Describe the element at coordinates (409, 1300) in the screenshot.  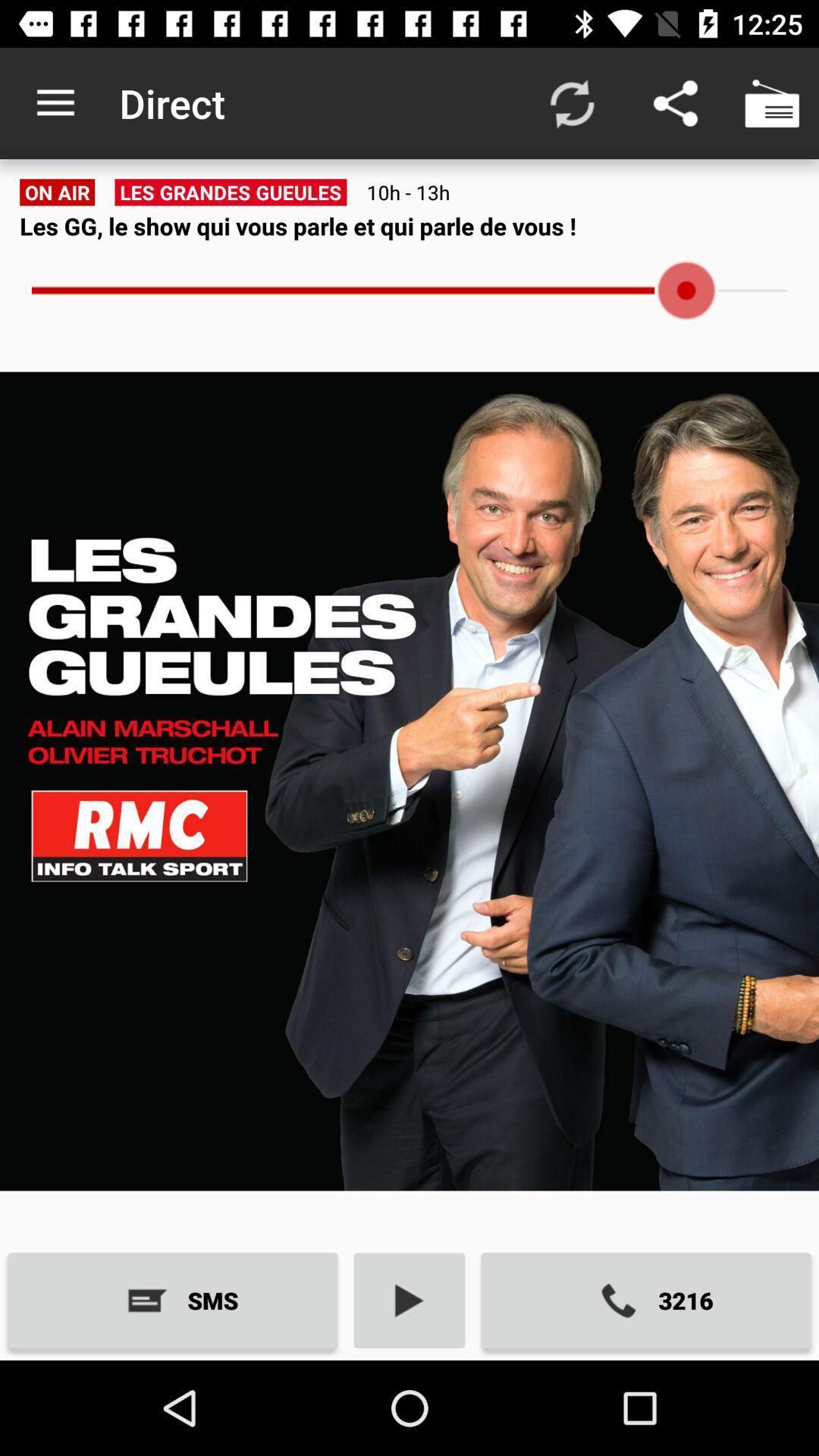
I see `the play icon` at that location.